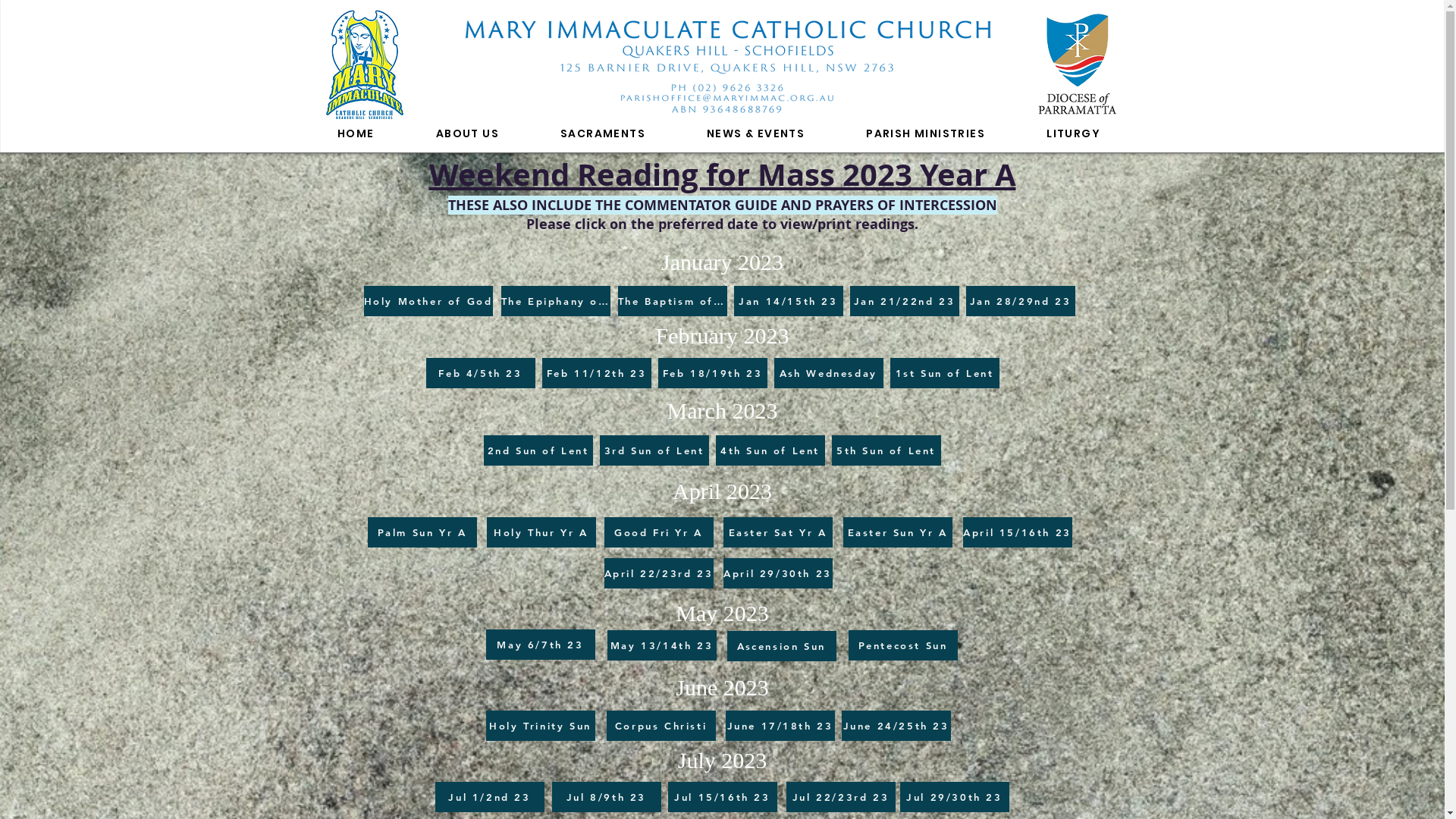 The height and width of the screenshot is (819, 1456). Describe the element at coordinates (541, 532) in the screenshot. I see `'Holy Thur Yr A'` at that location.